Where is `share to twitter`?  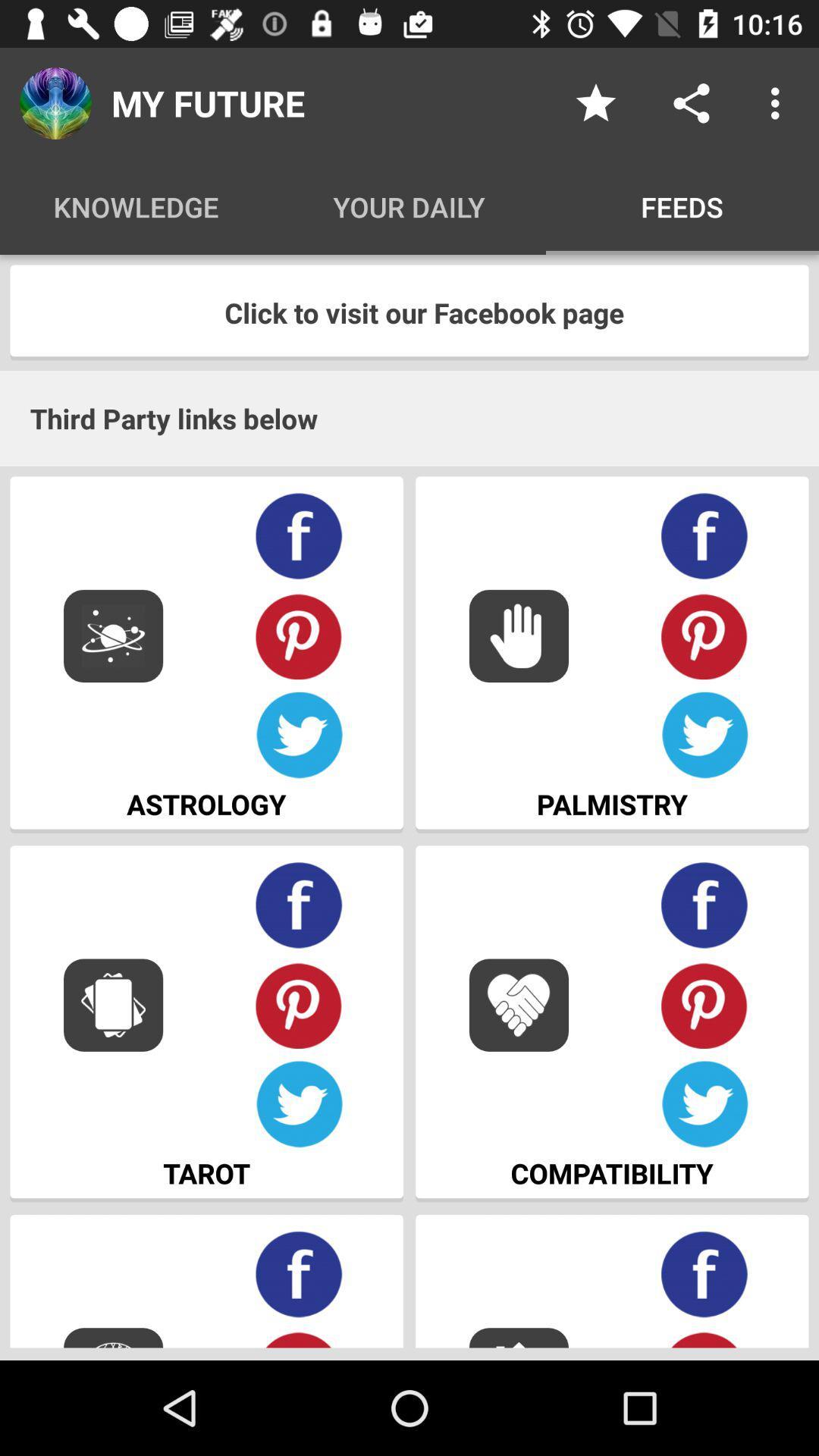
share to twitter is located at coordinates (299, 736).